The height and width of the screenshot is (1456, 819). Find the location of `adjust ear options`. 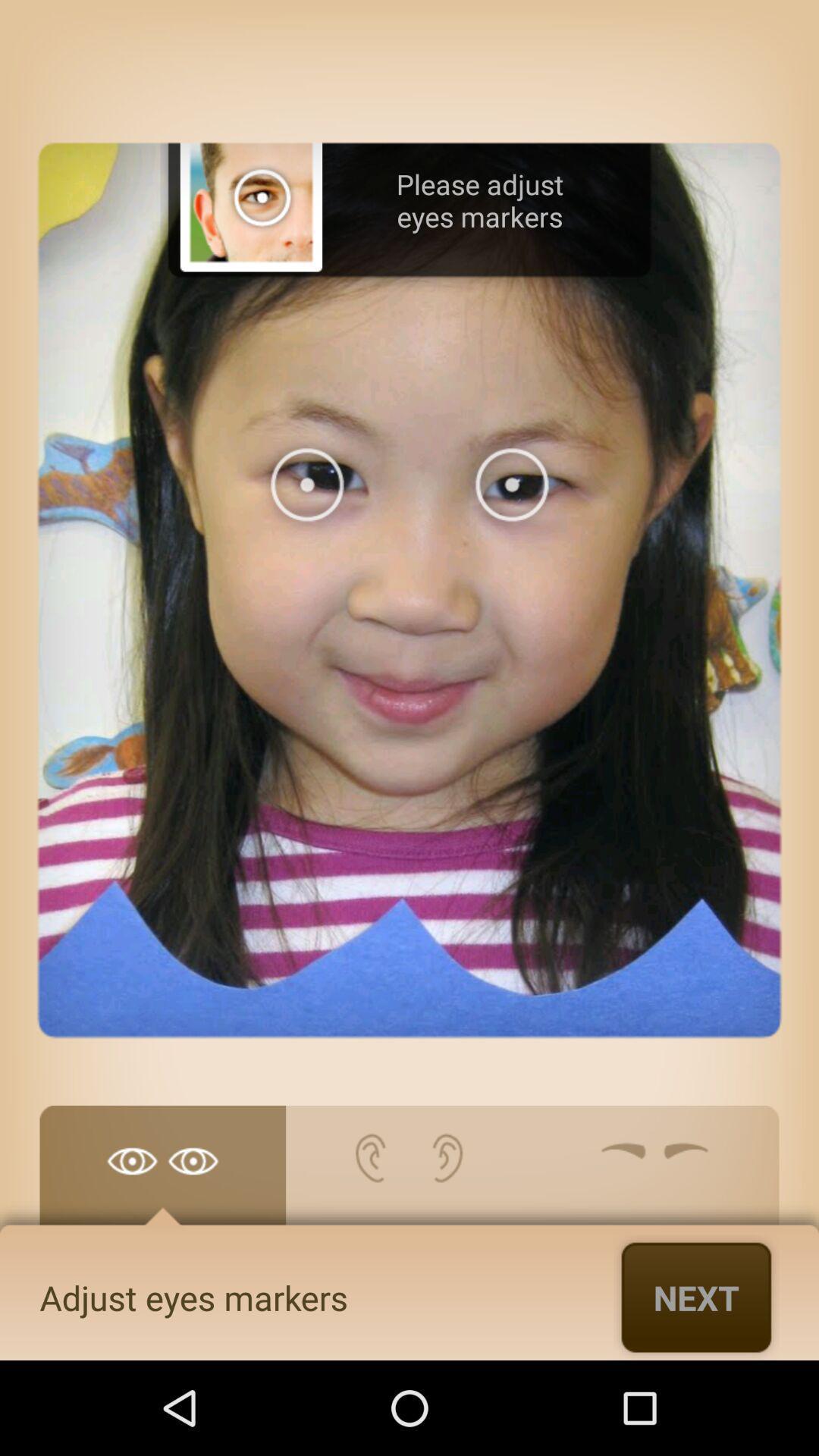

adjust ear options is located at coordinates (408, 1172).